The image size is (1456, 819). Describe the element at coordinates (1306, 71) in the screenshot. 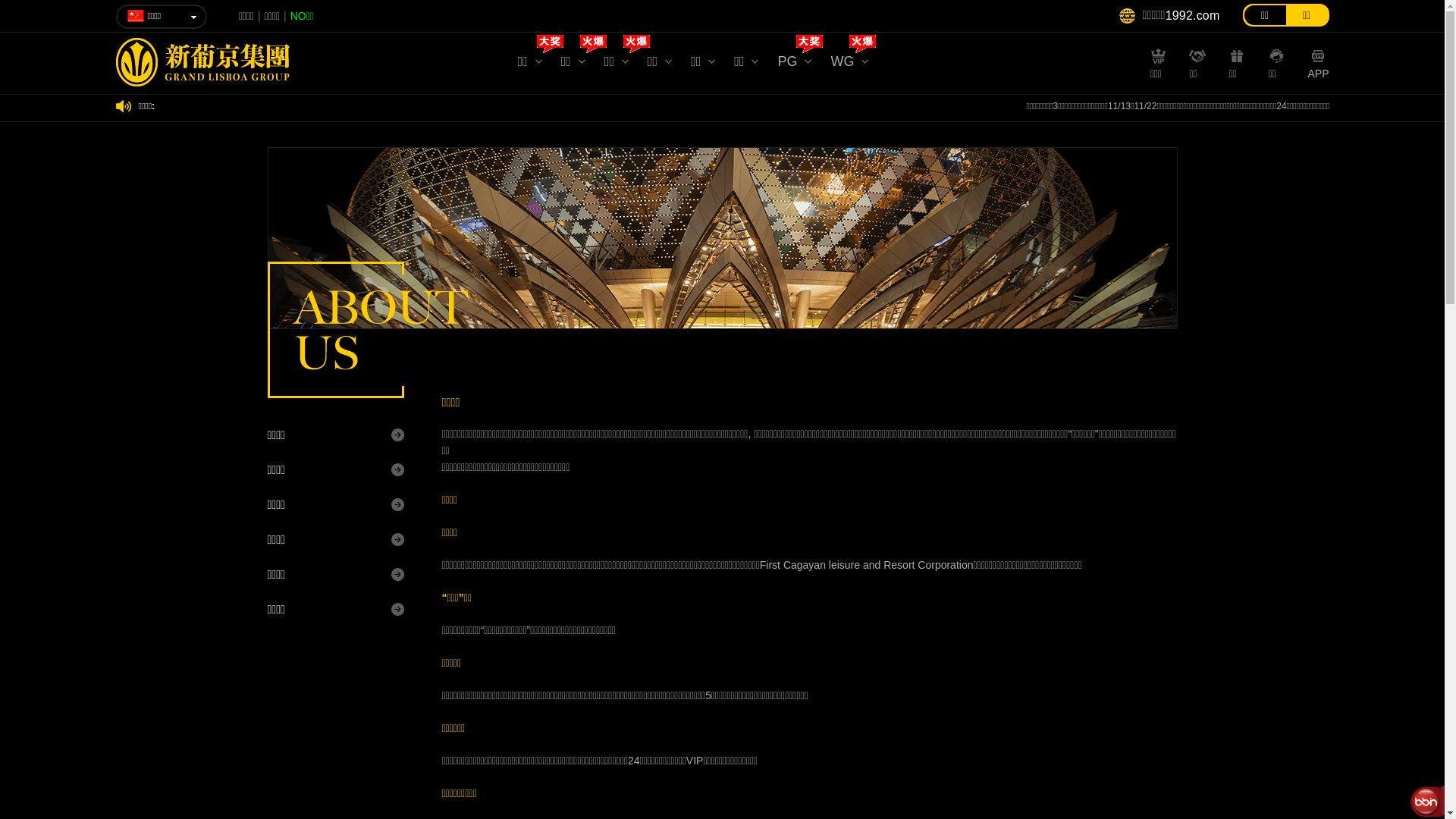

I see `'APP'` at that location.